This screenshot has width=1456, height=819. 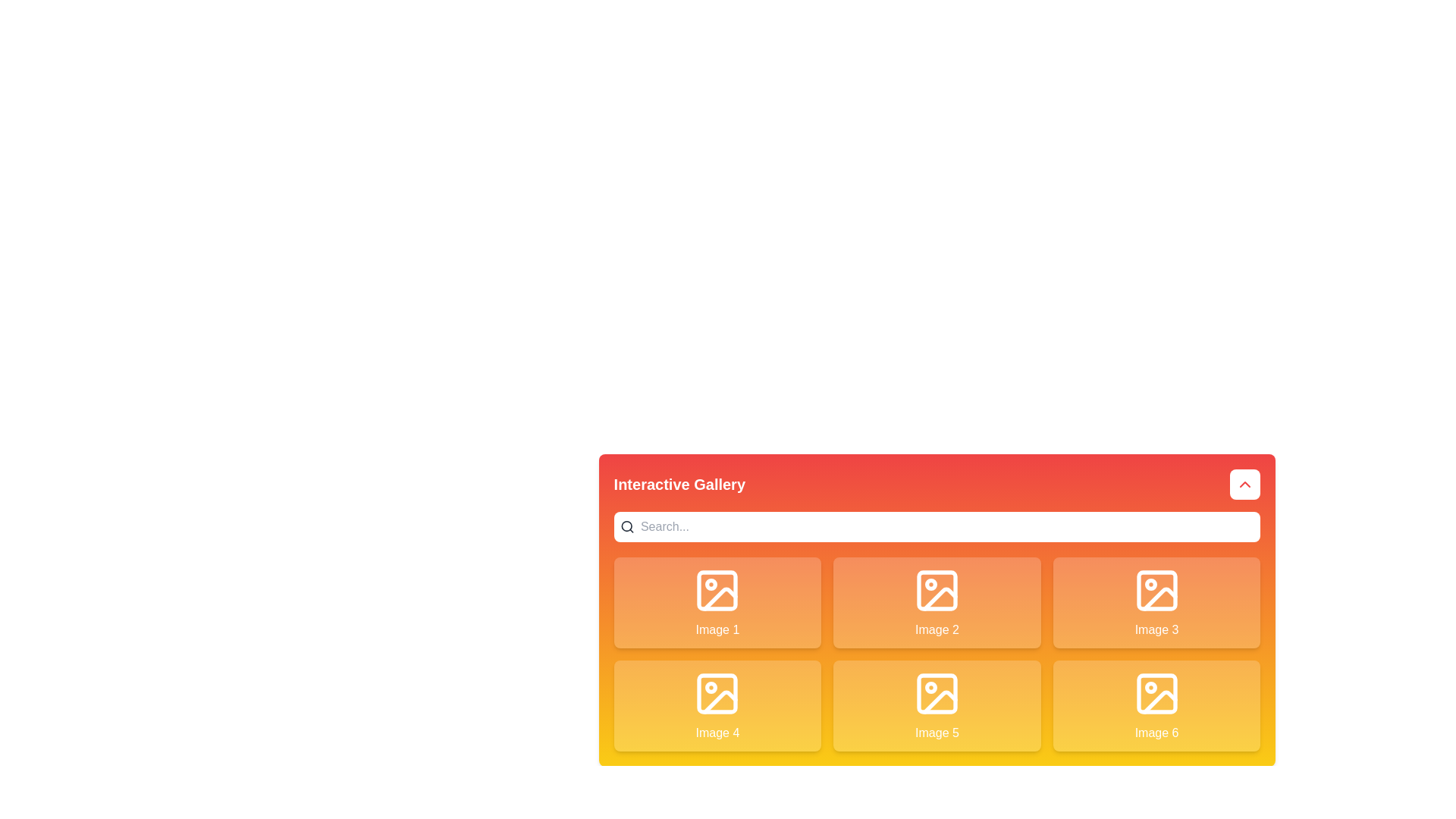 I want to click on the image thumbnail icon located at the center-bottom of the gallery layout under the label 'Image 5', so click(x=936, y=693).